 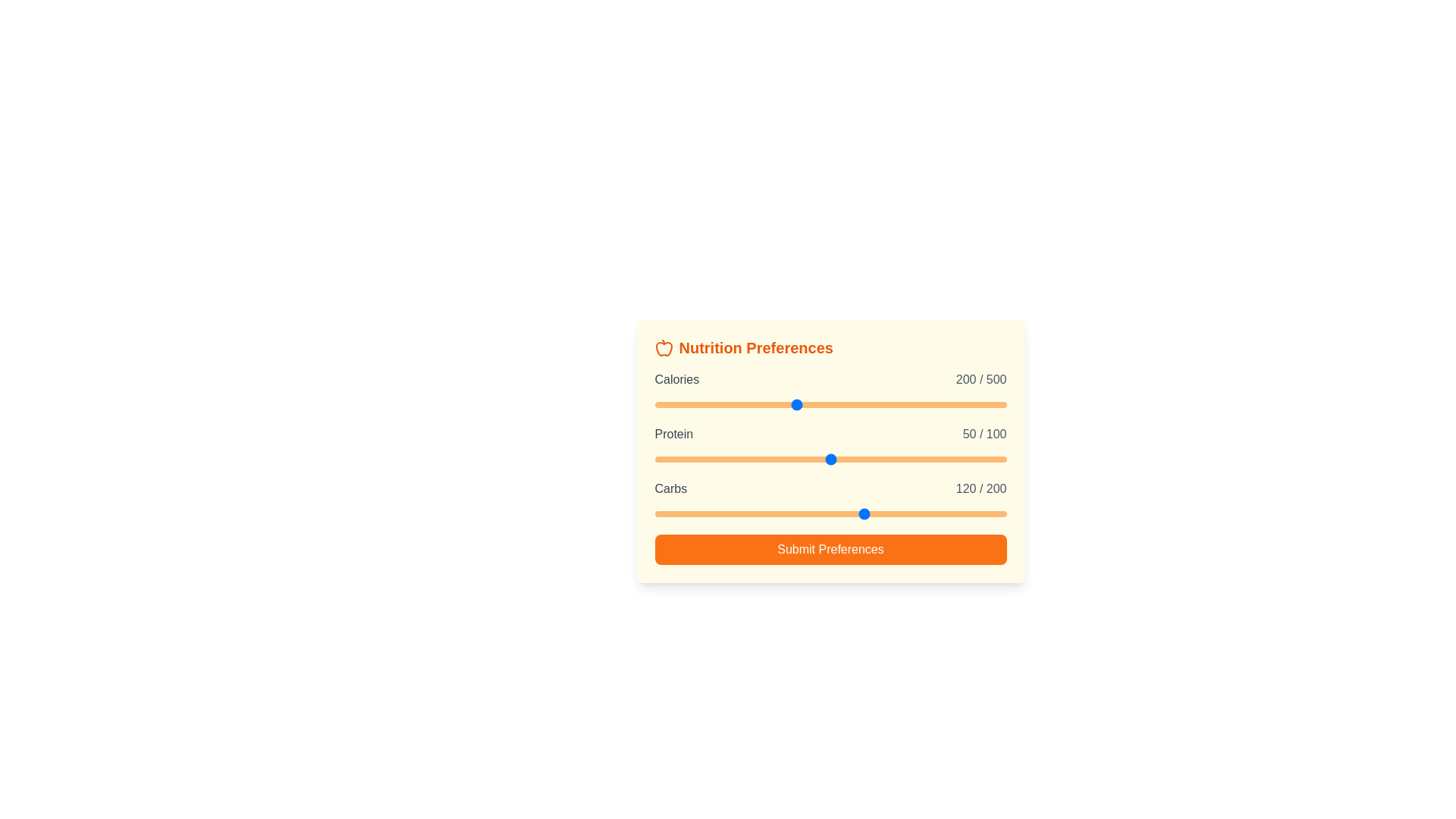 I want to click on calorie intake, so click(x=682, y=403).